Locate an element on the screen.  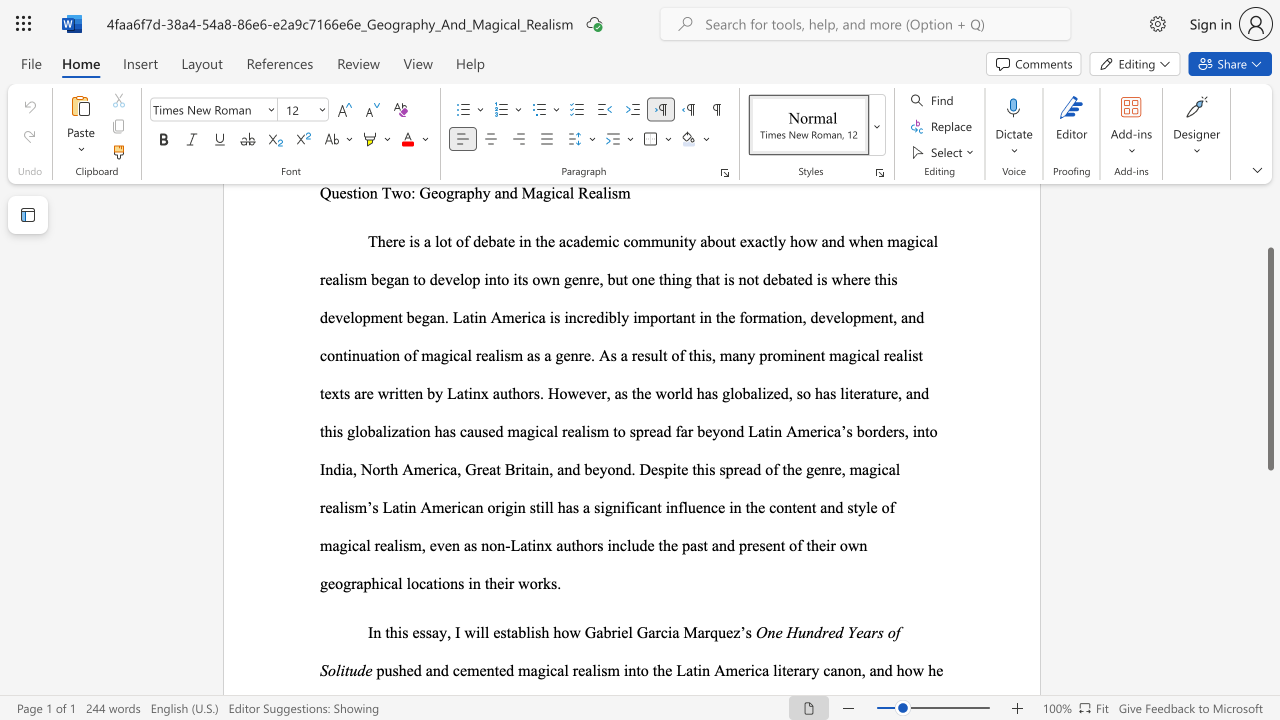
the subset text "o: G" within the text "Question Two: Geography and Magical Realism" is located at coordinates (402, 193).